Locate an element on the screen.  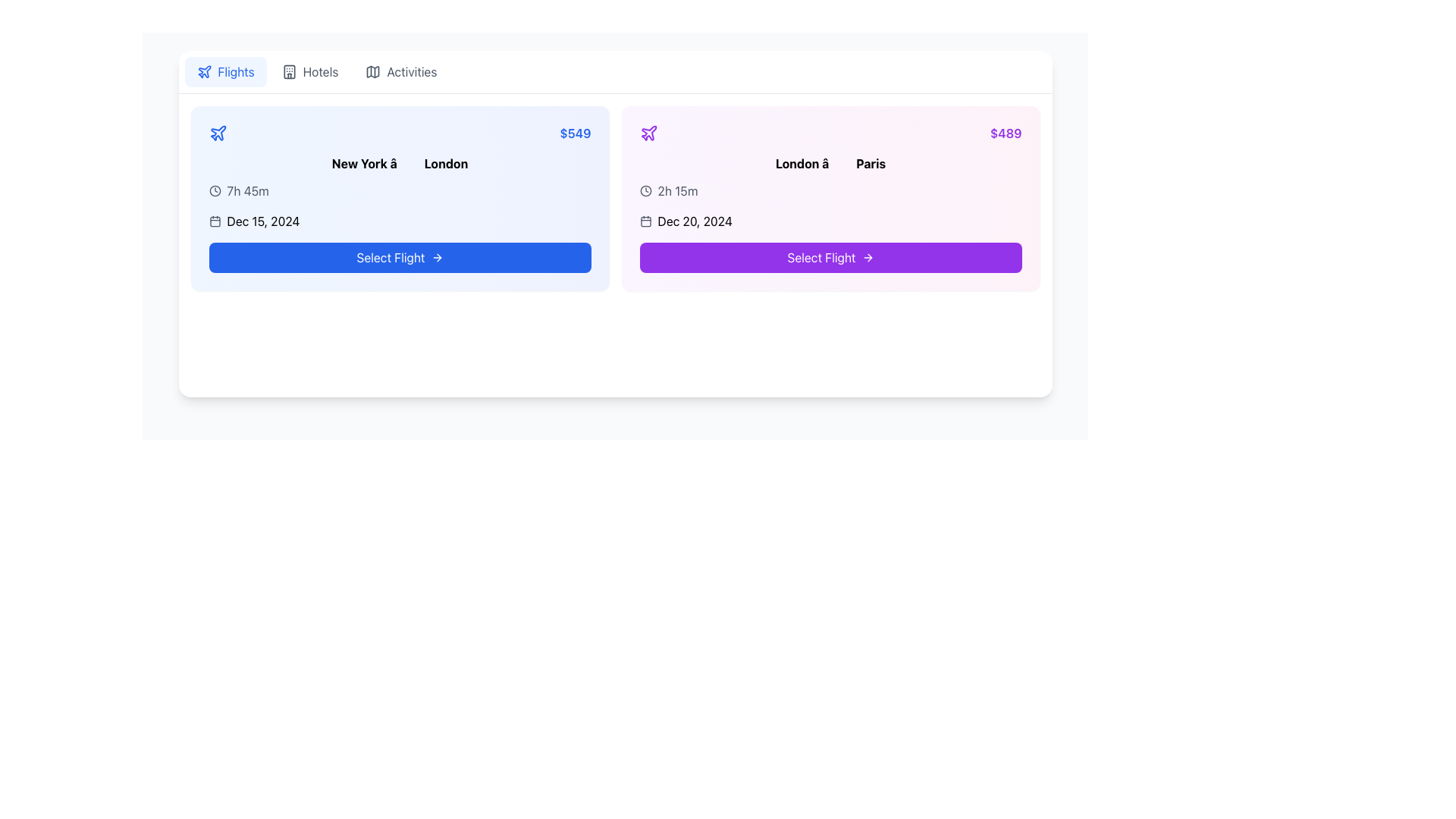
the rounded rectangle element within the calendar icon, which is characterized by its minimalistic design and is positioned centrally in the calendar layout is located at coordinates (645, 221).